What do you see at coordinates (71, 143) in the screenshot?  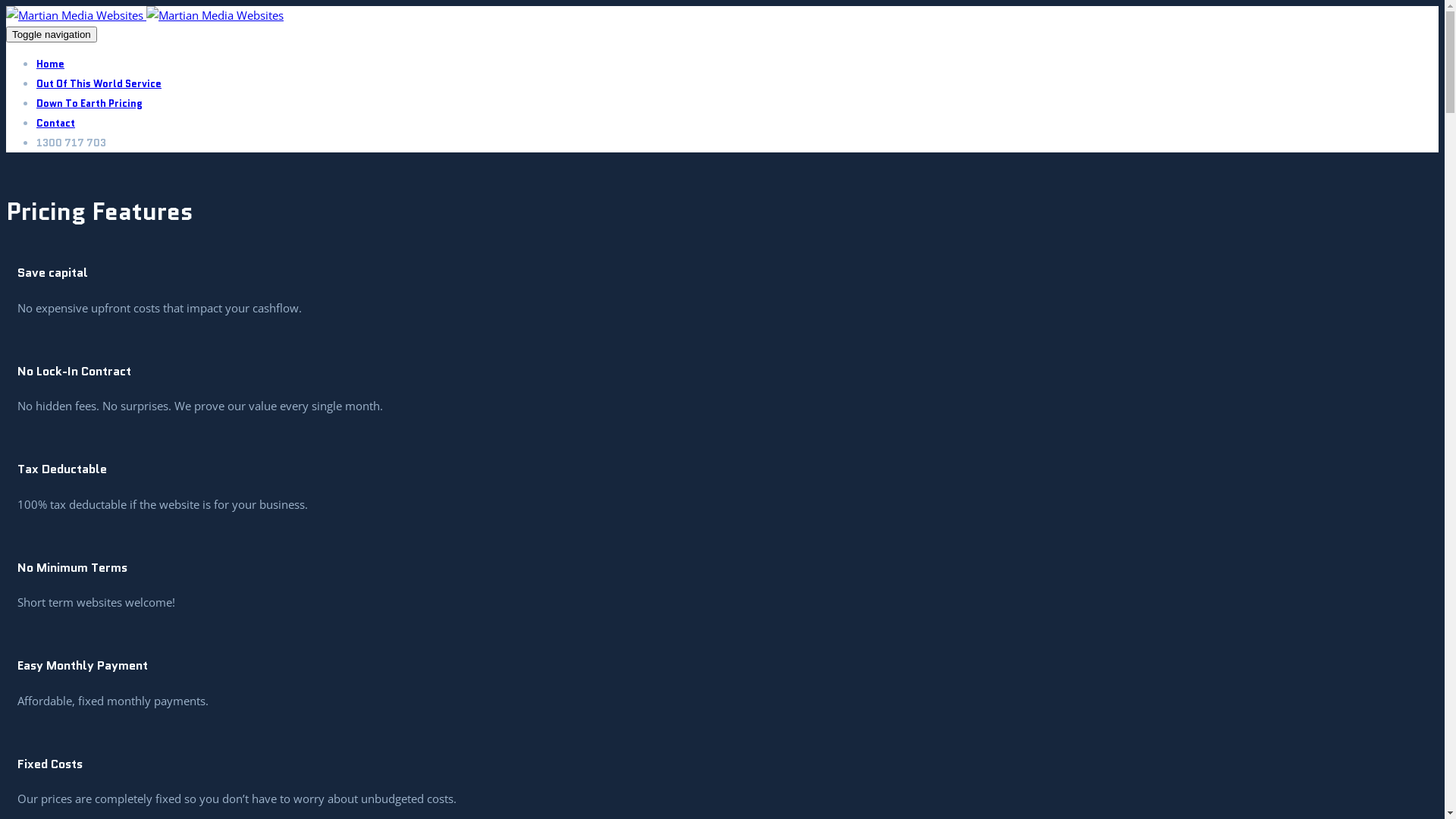 I see `'1300 717 703'` at bounding box center [71, 143].